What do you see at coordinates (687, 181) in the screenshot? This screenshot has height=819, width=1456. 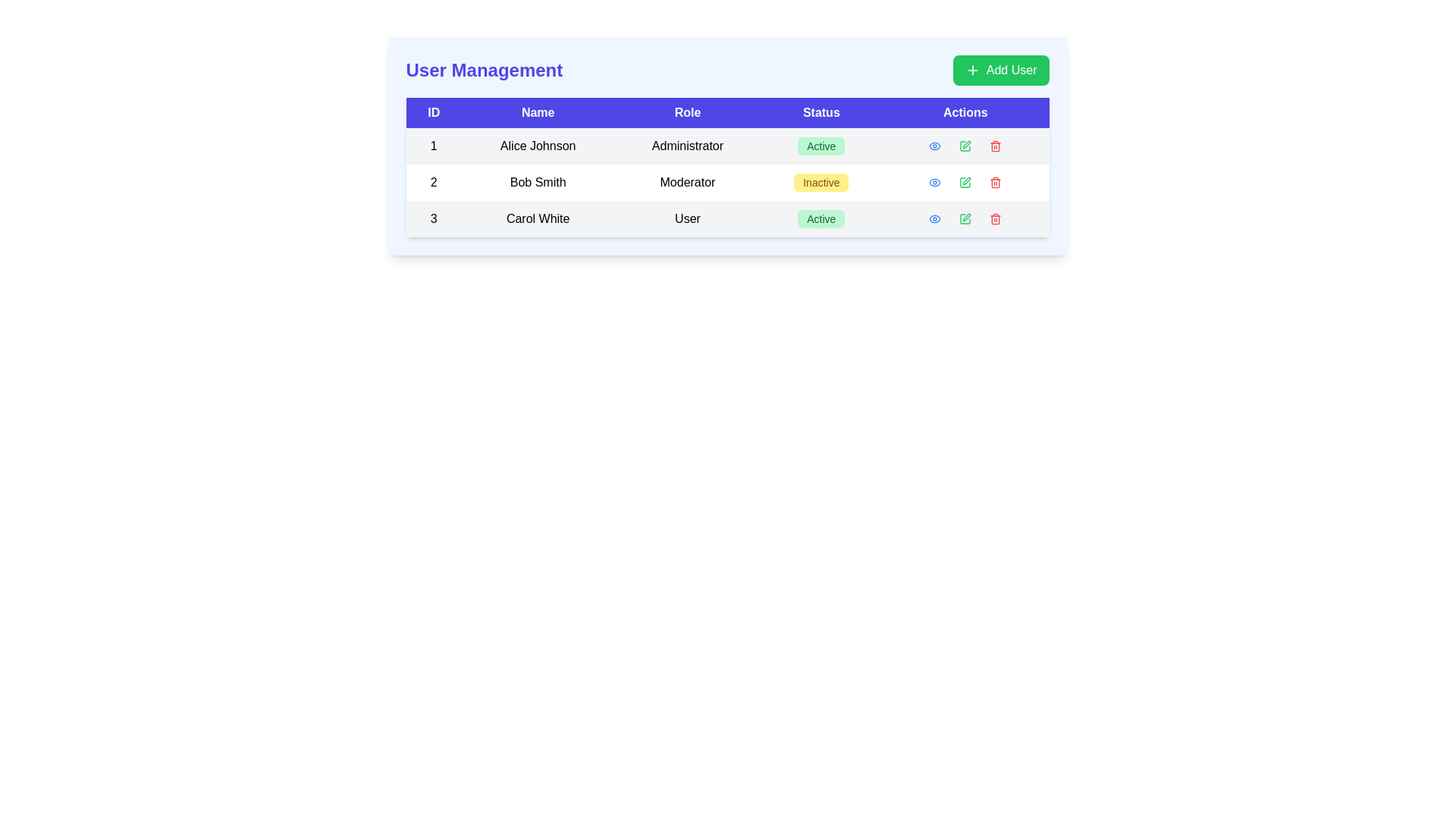 I see `the 'Moderator' text label in the second row of the data table under the 'Role' header` at bounding box center [687, 181].